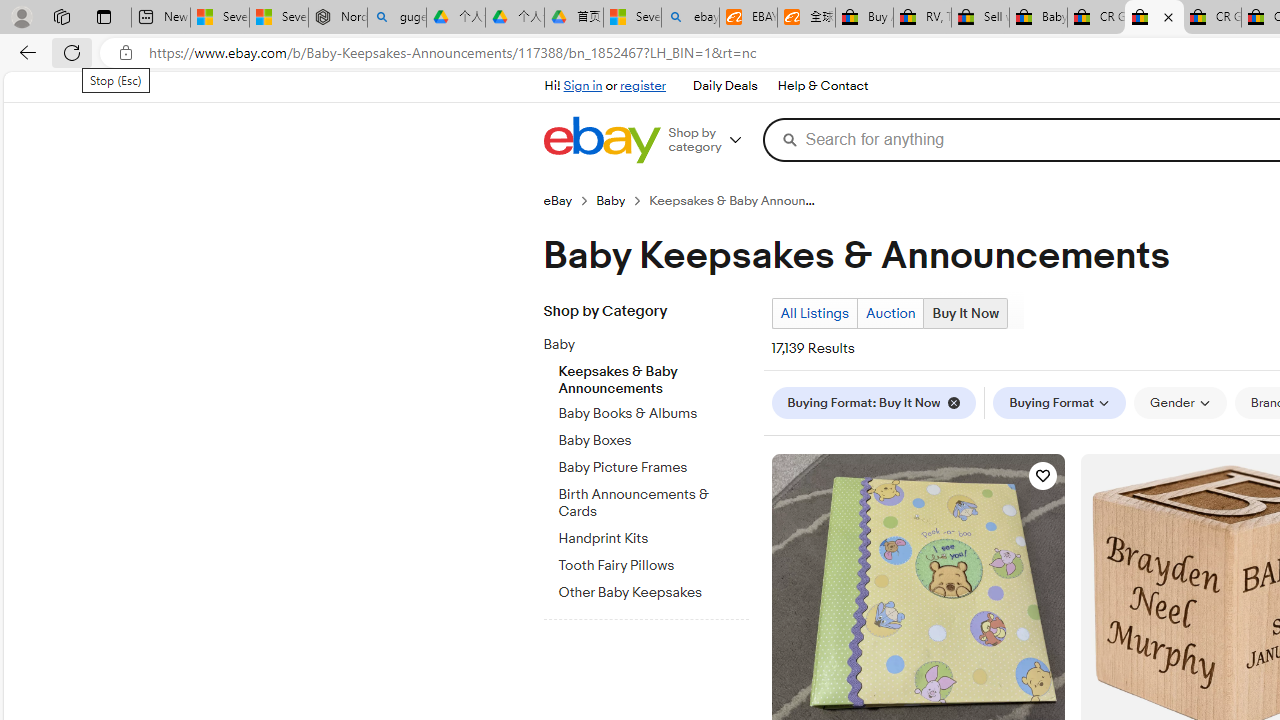  Describe the element at coordinates (653, 440) in the screenshot. I see `'Baby Boxes'` at that location.